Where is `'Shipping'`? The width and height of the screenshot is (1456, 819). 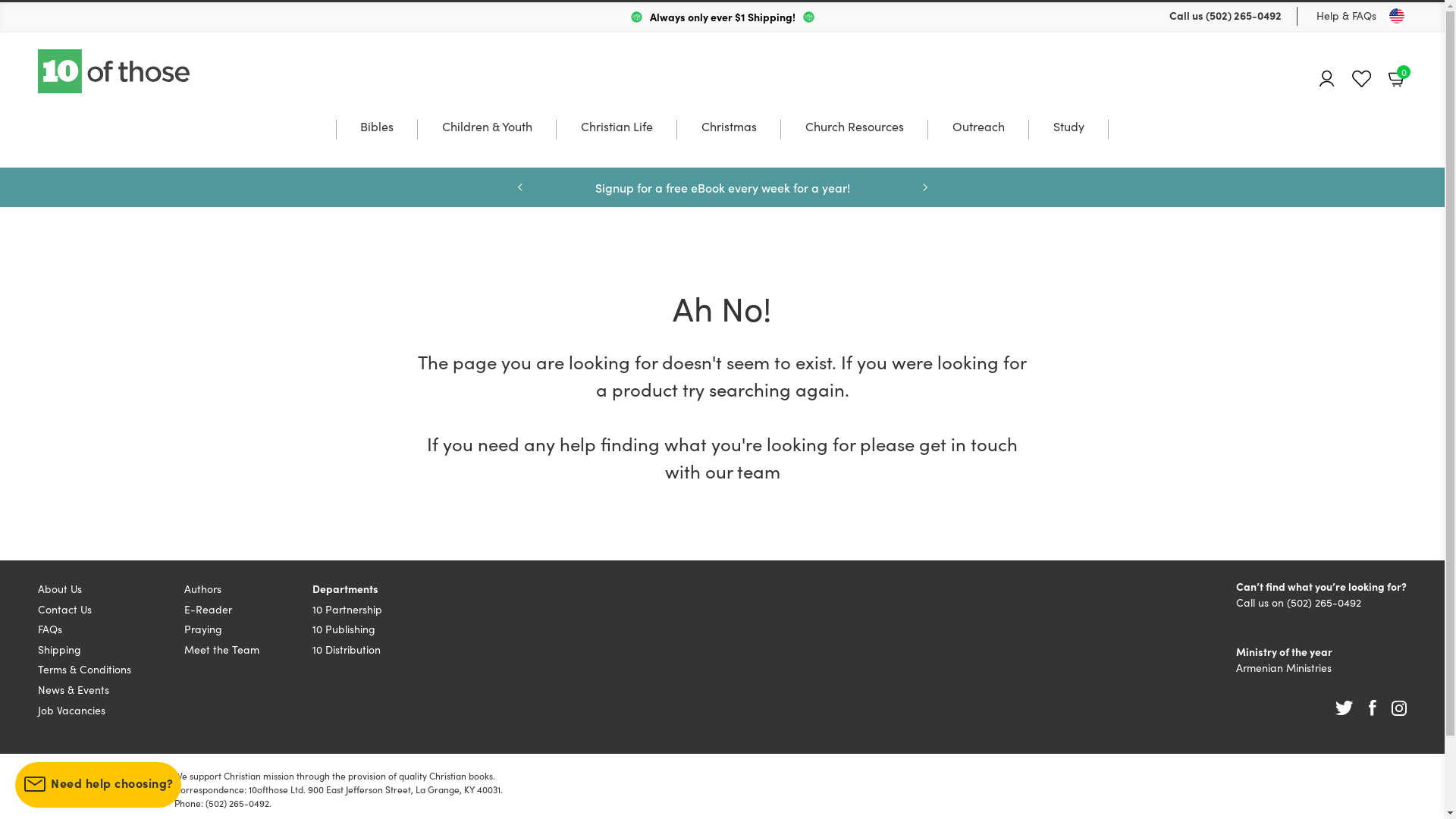
'Shipping' is located at coordinates (59, 648).